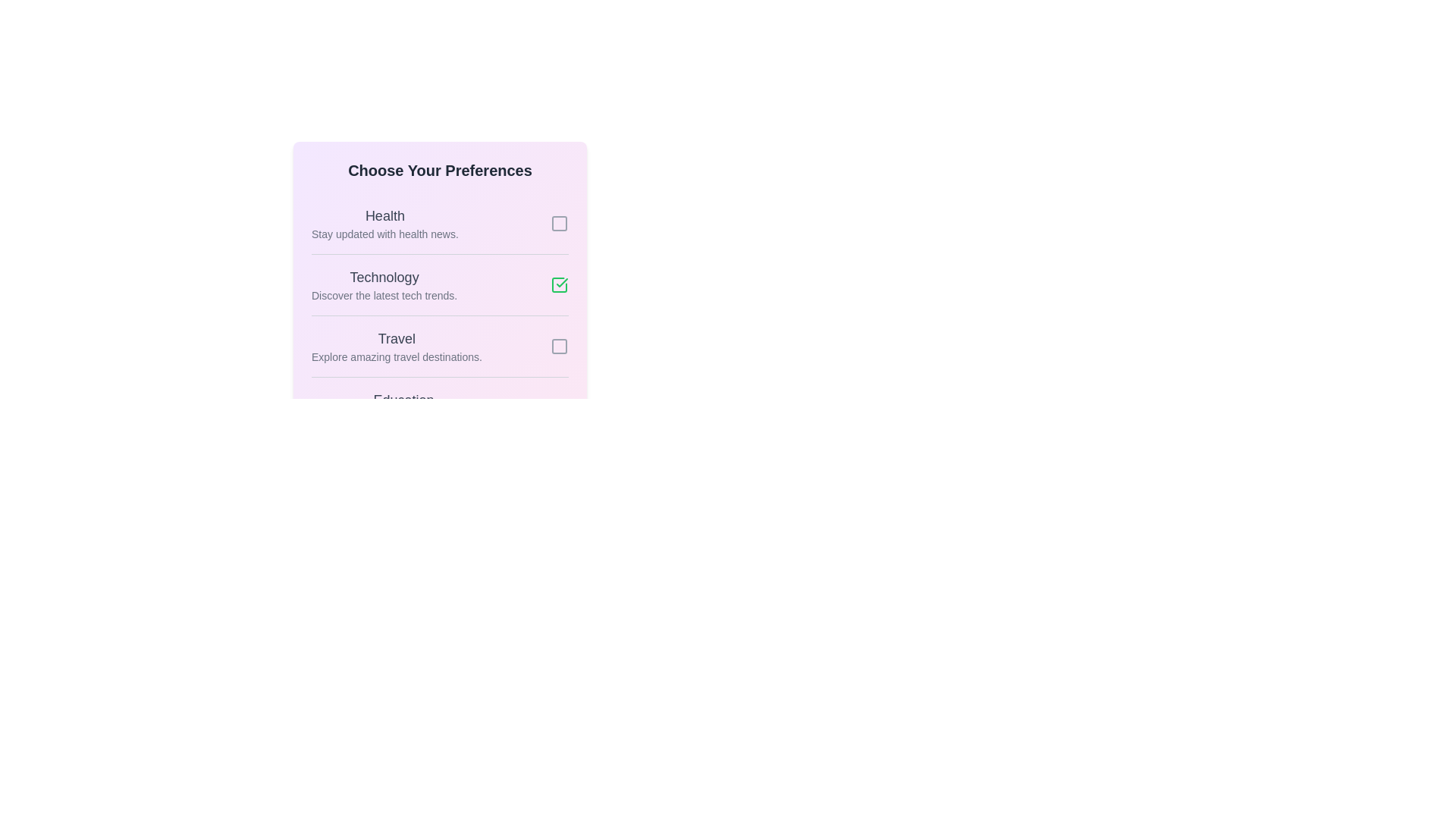 This screenshot has width=1456, height=819. I want to click on the preference item identified by Technology, so click(559, 284).